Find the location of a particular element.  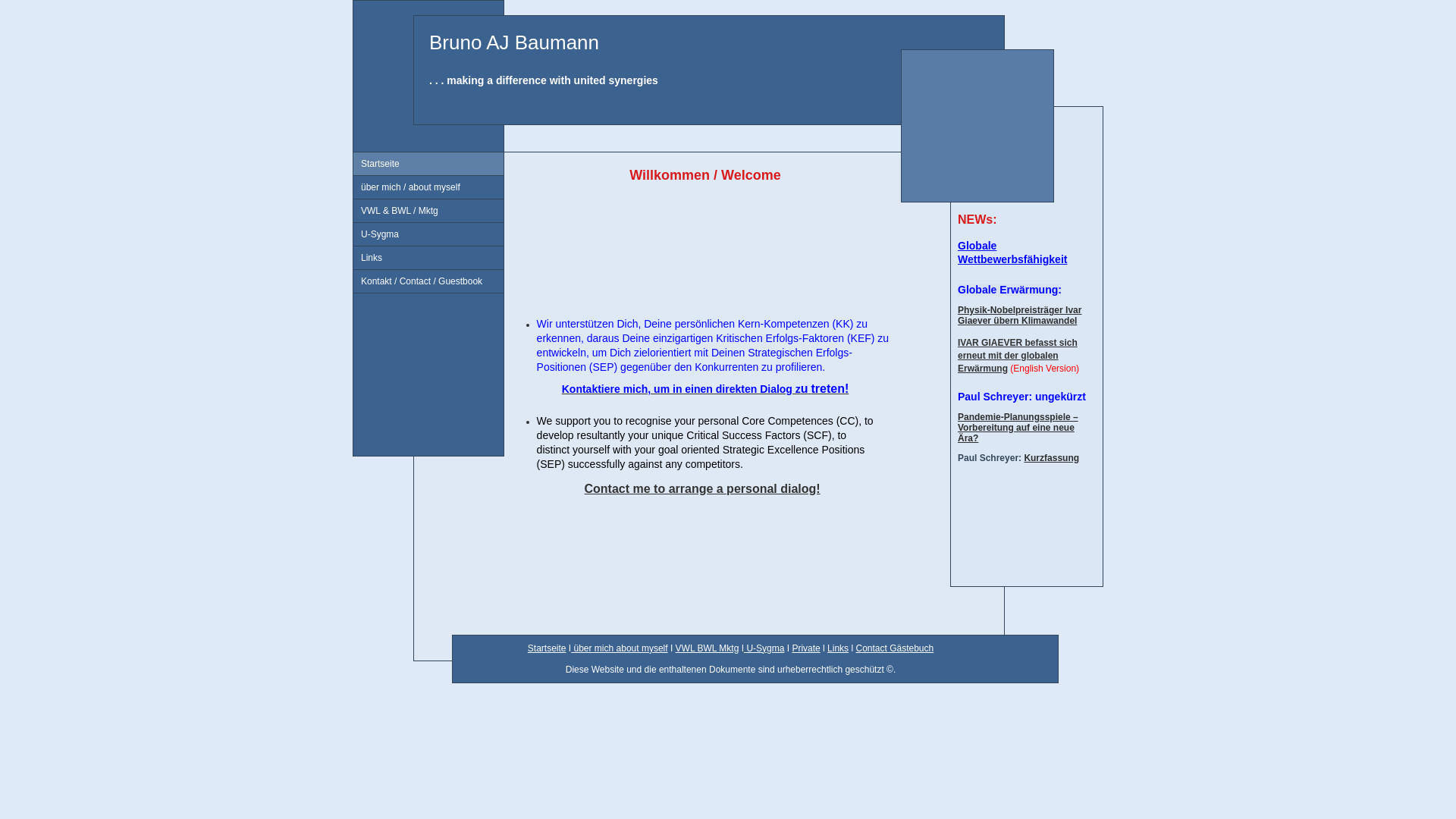

'Contact me to arrange a personal dialog!' is located at coordinates (701, 488).